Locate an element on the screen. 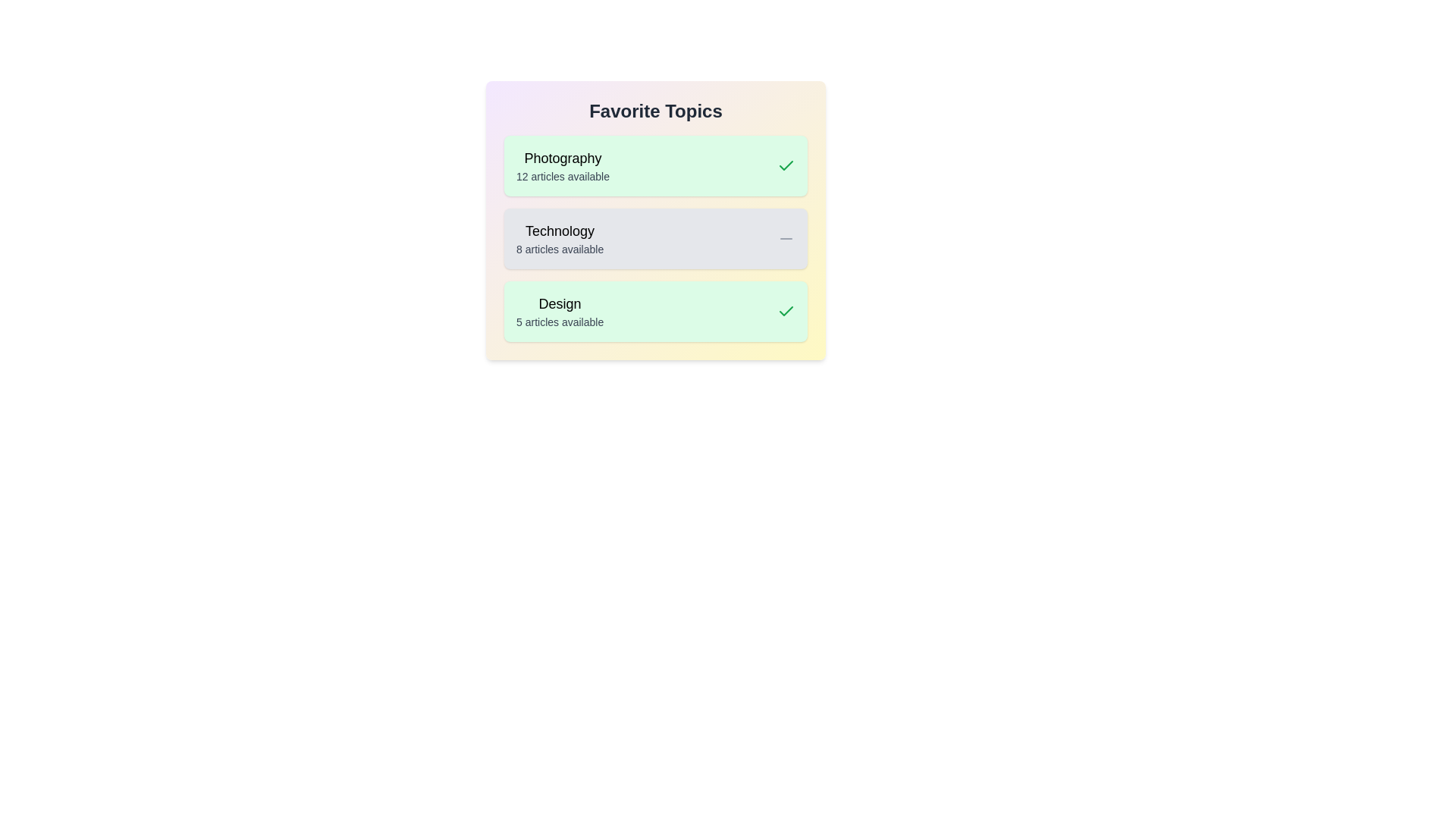 This screenshot has width=1456, height=819. the topic card labeled 'Photography' is located at coordinates (655, 166).